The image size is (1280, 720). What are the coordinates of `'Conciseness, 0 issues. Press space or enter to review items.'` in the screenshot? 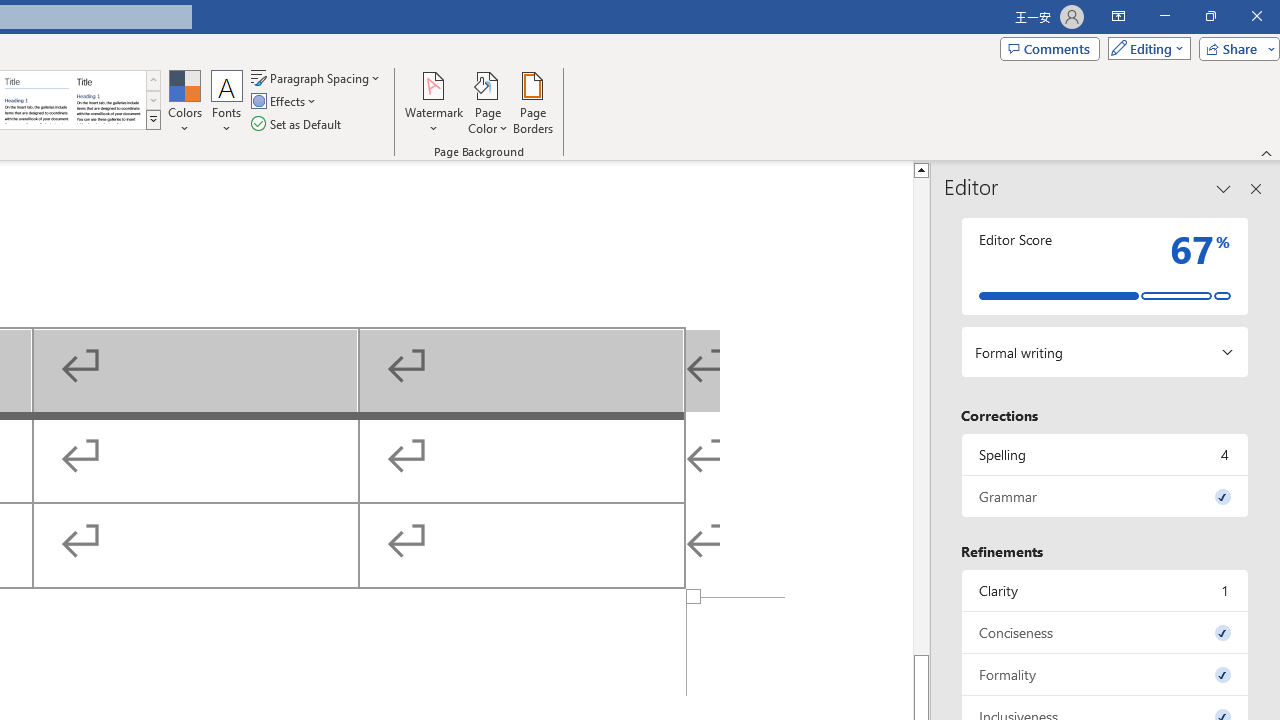 It's located at (1104, 632).